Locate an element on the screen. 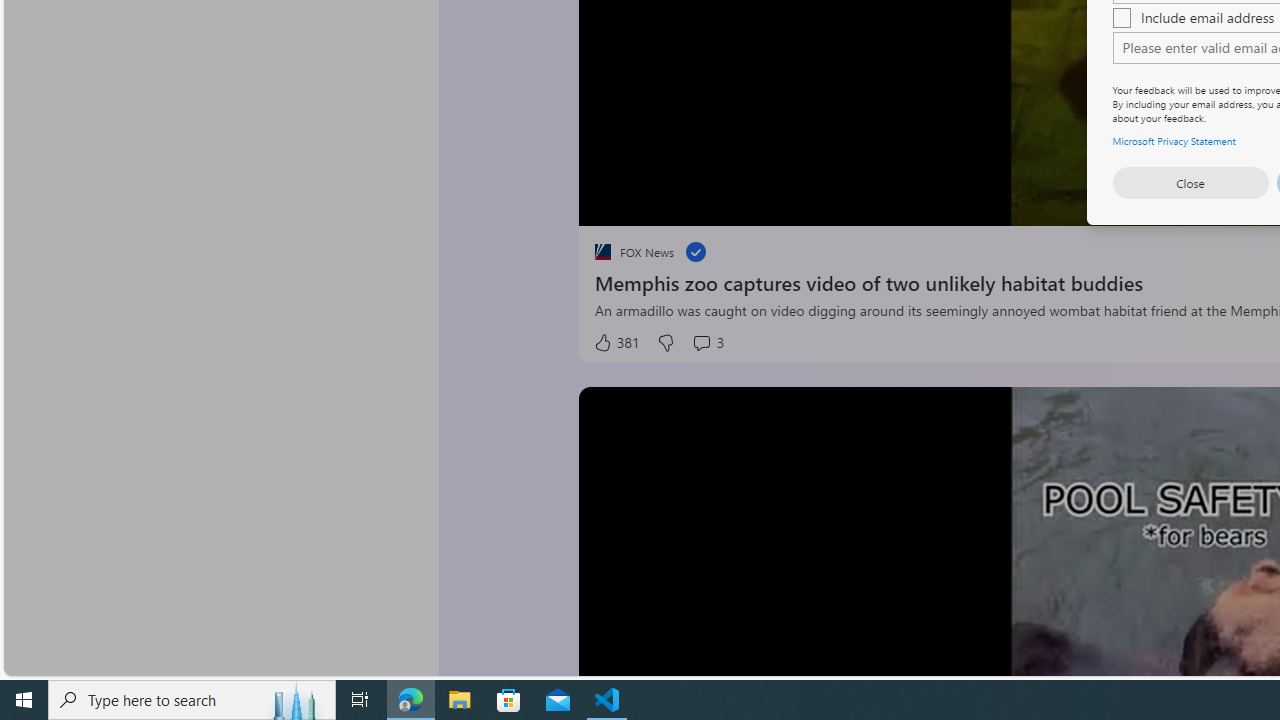 This screenshot has width=1280, height=720. '381 Like' is located at coordinates (614, 342).